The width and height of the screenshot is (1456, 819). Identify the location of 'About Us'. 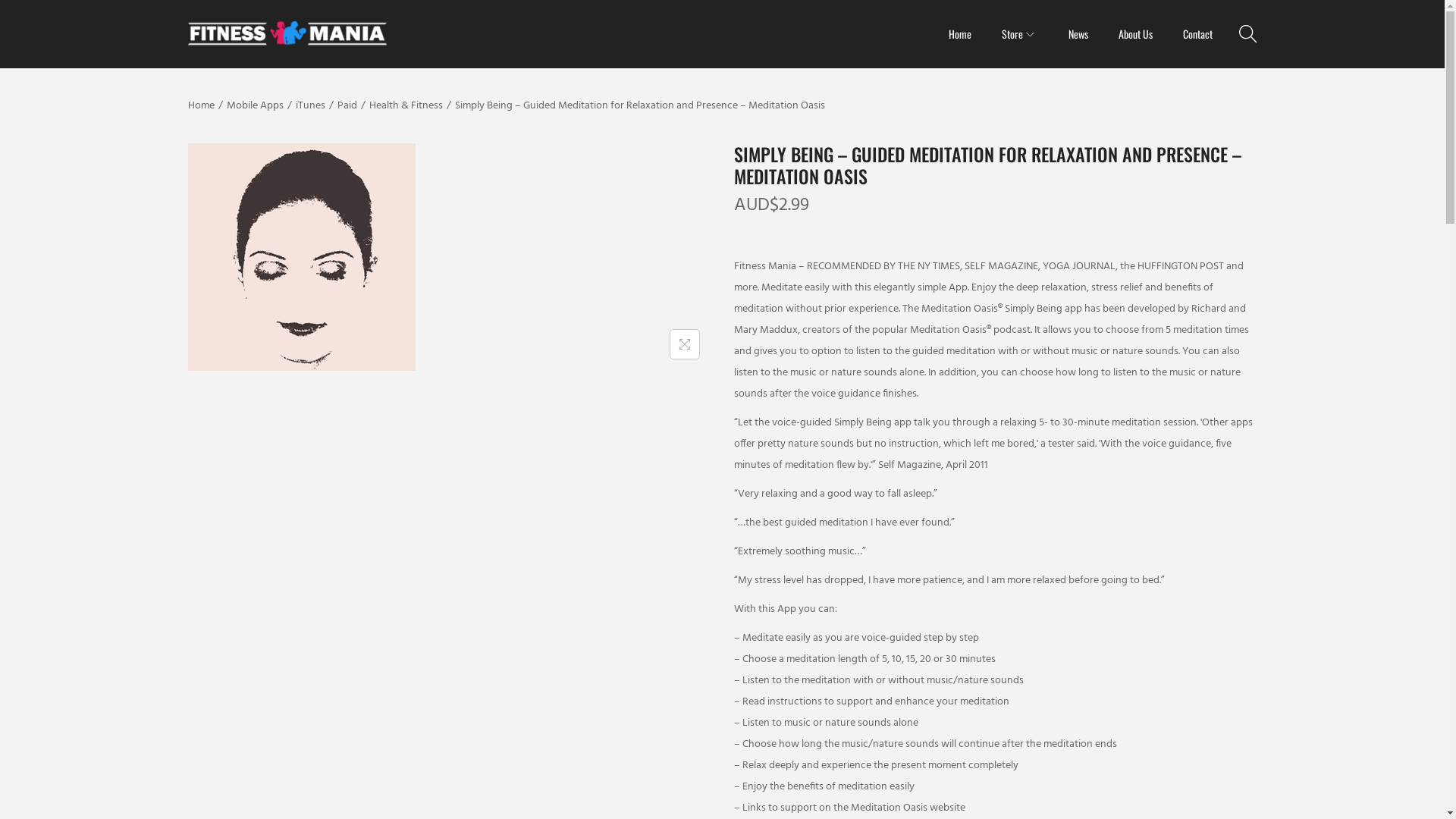
(1117, 34).